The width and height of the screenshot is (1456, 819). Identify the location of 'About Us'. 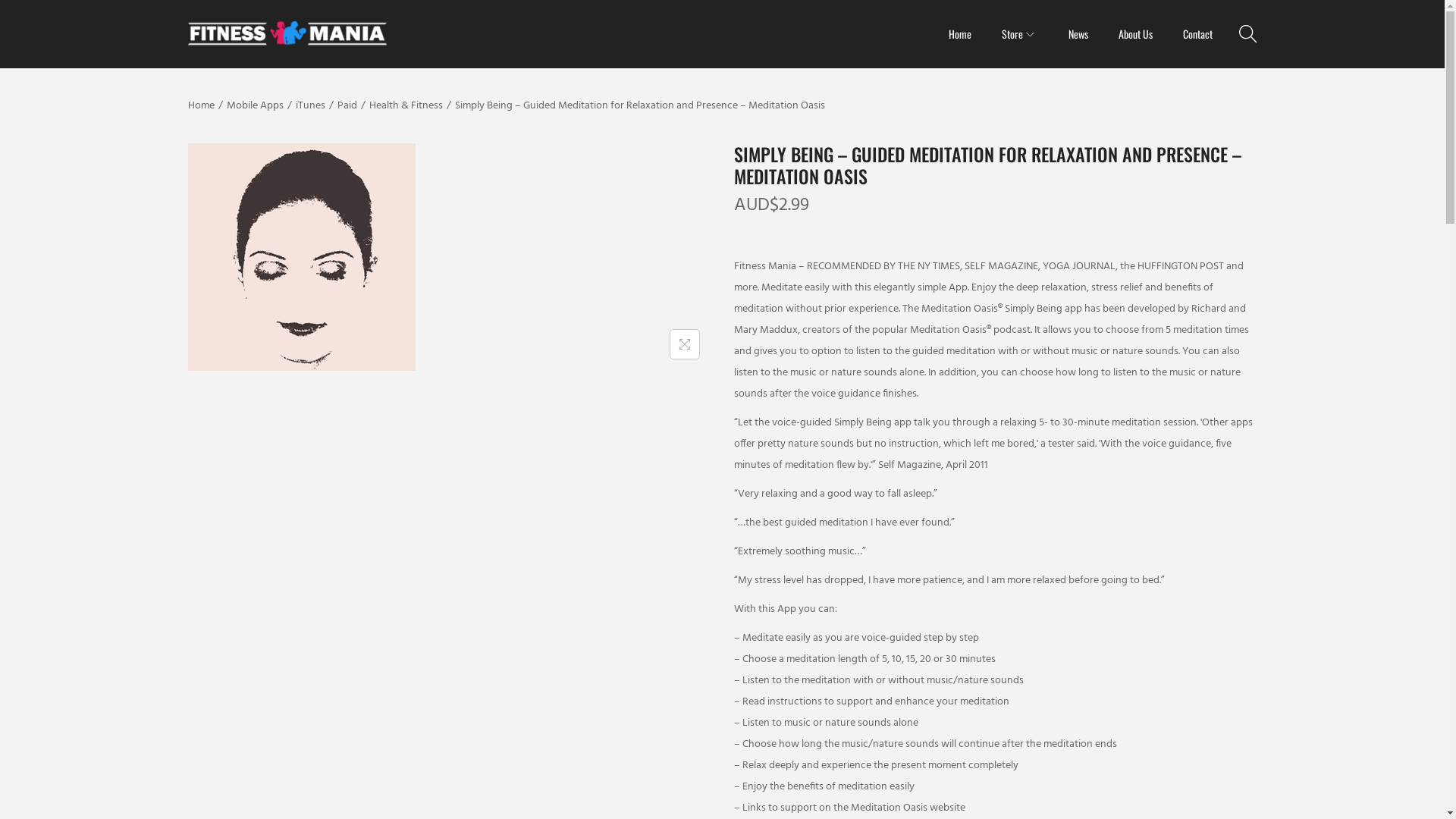
(1117, 34).